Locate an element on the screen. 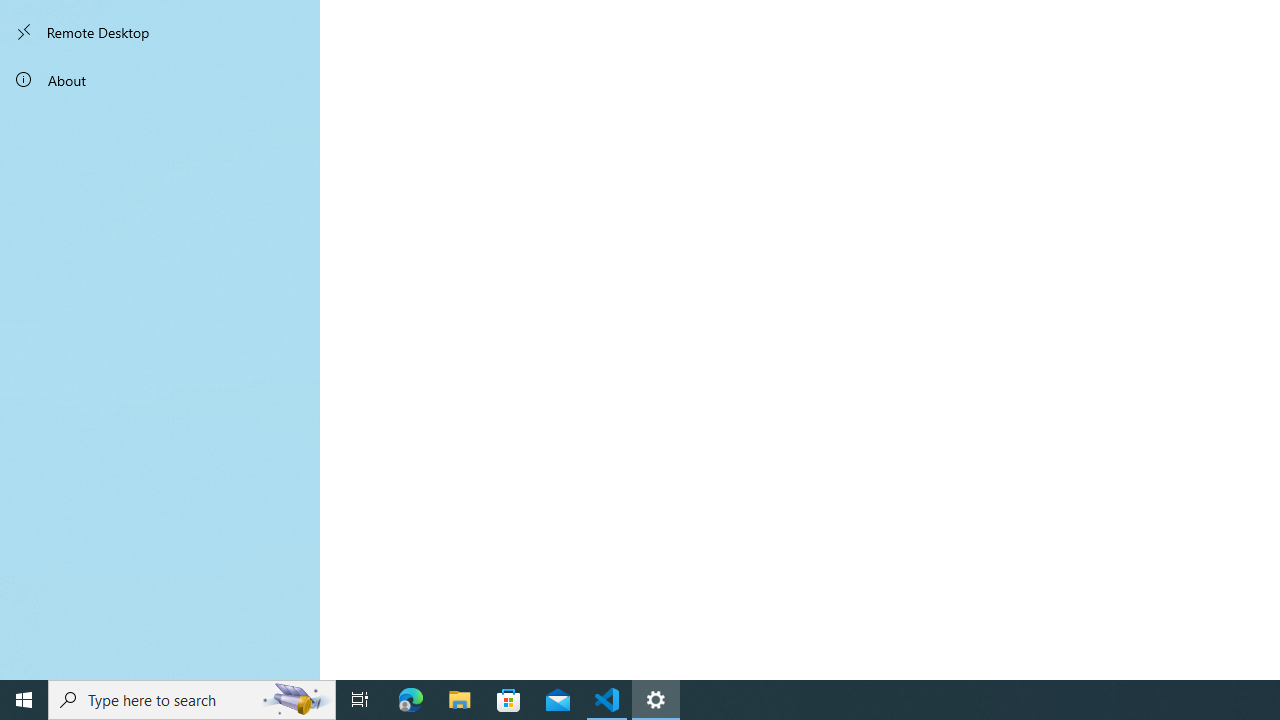 This screenshot has height=720, width=1280. 'Microsoft Edge' is located at coordinates (410, 698).